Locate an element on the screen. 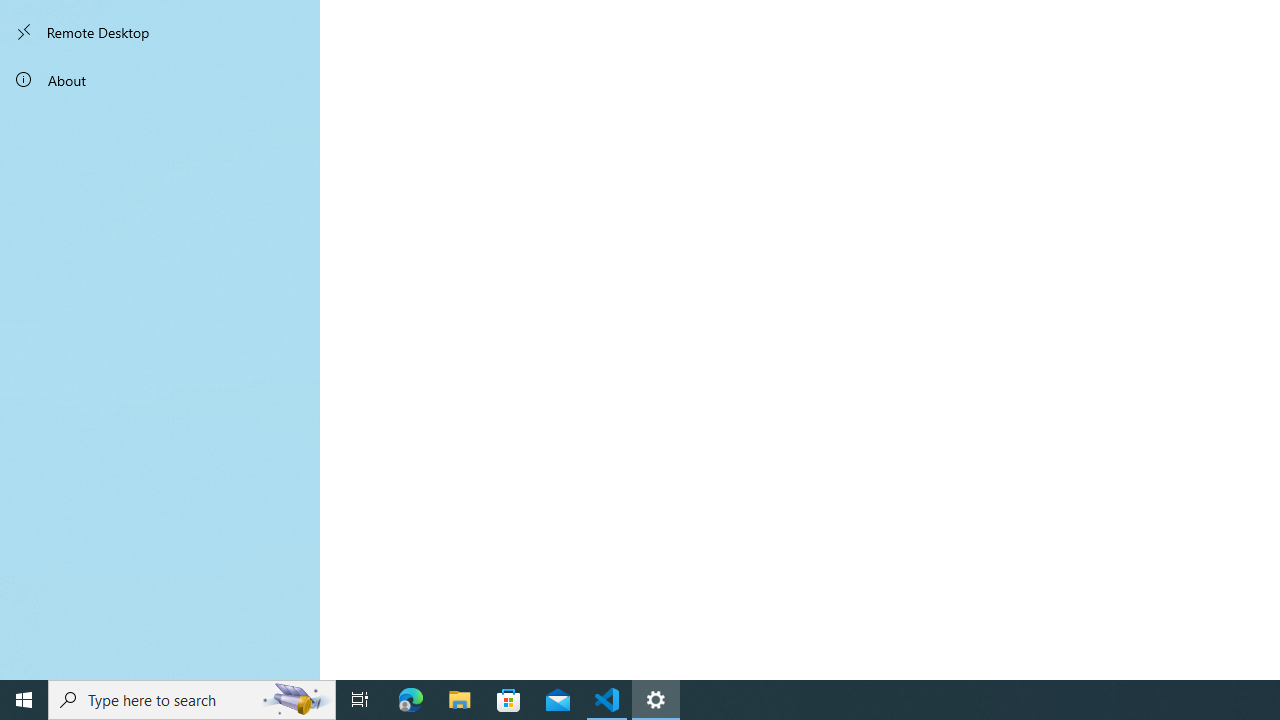 This screenshot has height=720, width=1280. 'Microsoft Edge' is located at coordinates (410, 698).